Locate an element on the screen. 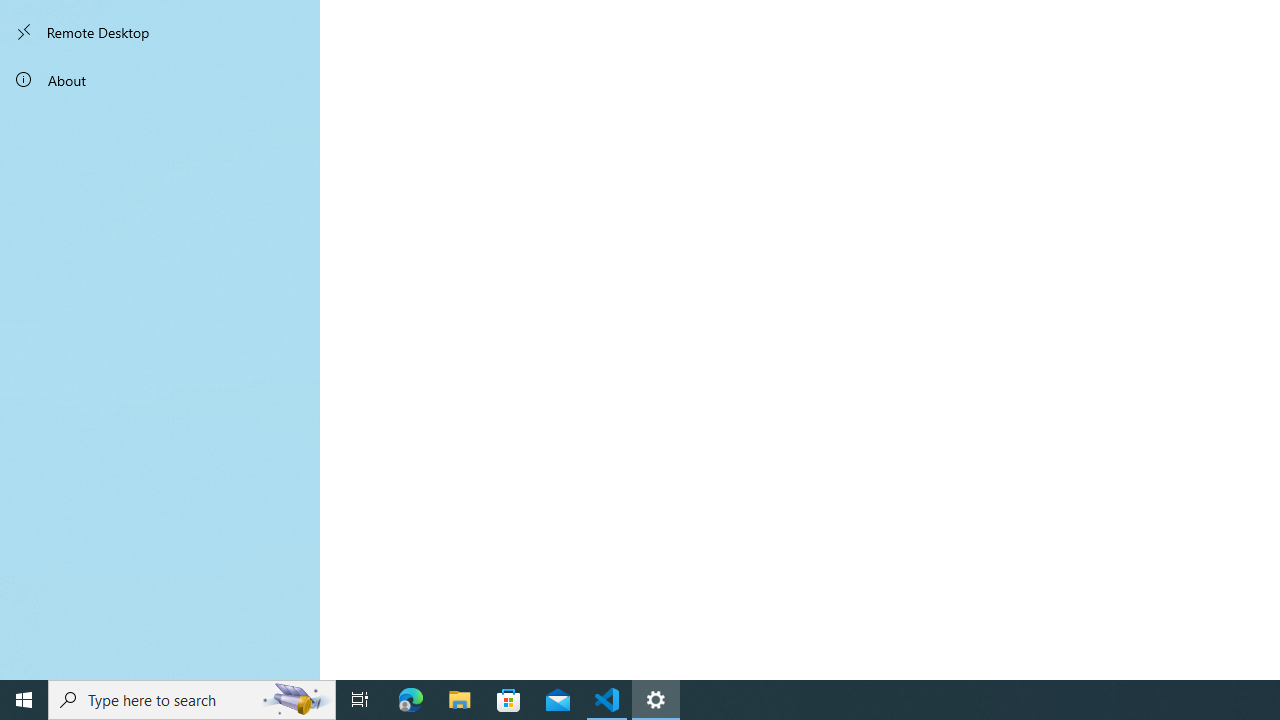 This screenshot has height=720, width=1280. 'Microsoft Edge' is located at coordinates (410, 698).